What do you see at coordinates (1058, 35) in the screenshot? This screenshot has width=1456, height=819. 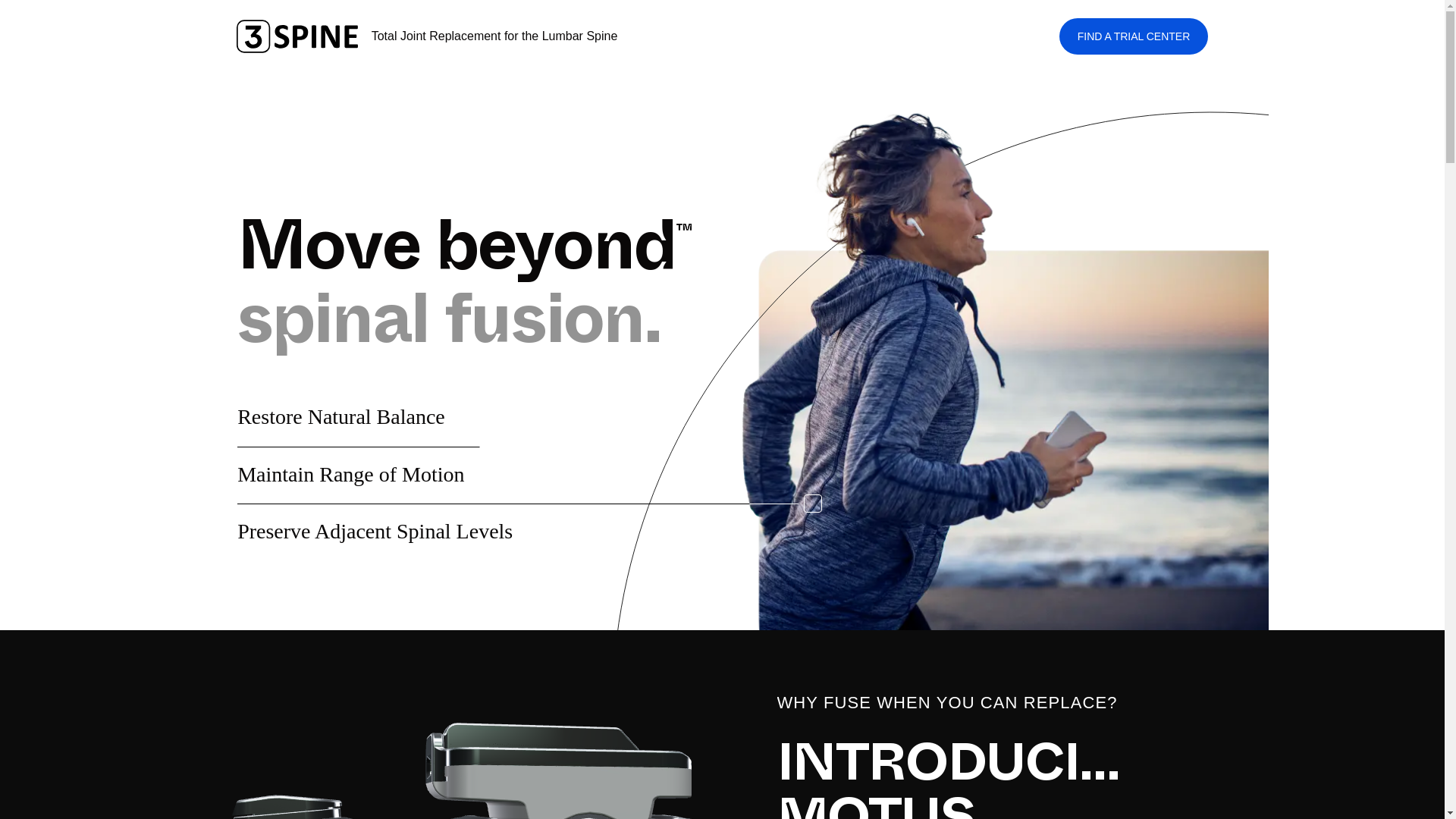 I see `'FIND A TRIAL CENTER'` at bounding box center [1058, 35].